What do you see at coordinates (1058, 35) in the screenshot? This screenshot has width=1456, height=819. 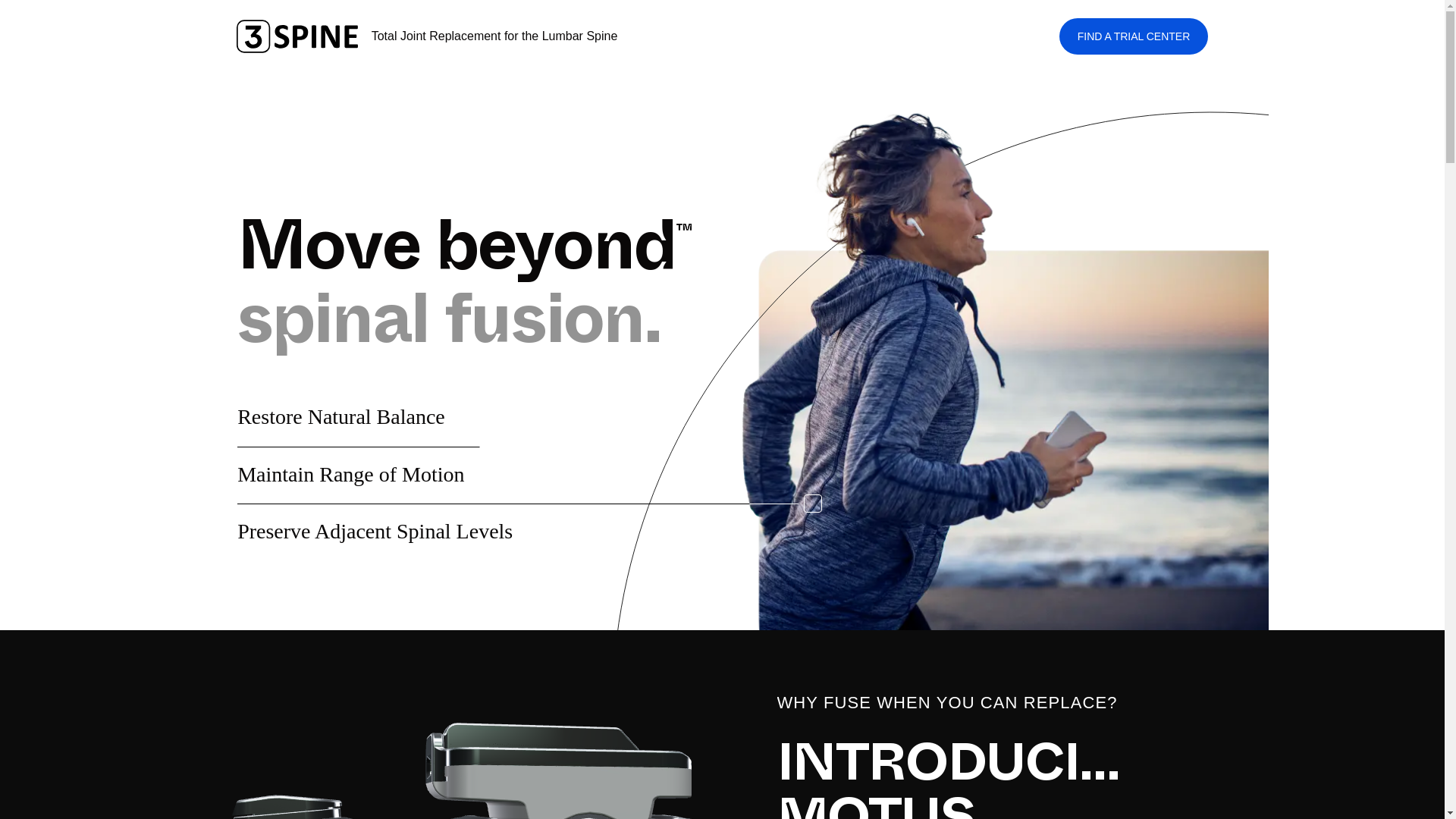 I see `'FIND A TRIAL CENTER'` at bounding box center [1058, 35].